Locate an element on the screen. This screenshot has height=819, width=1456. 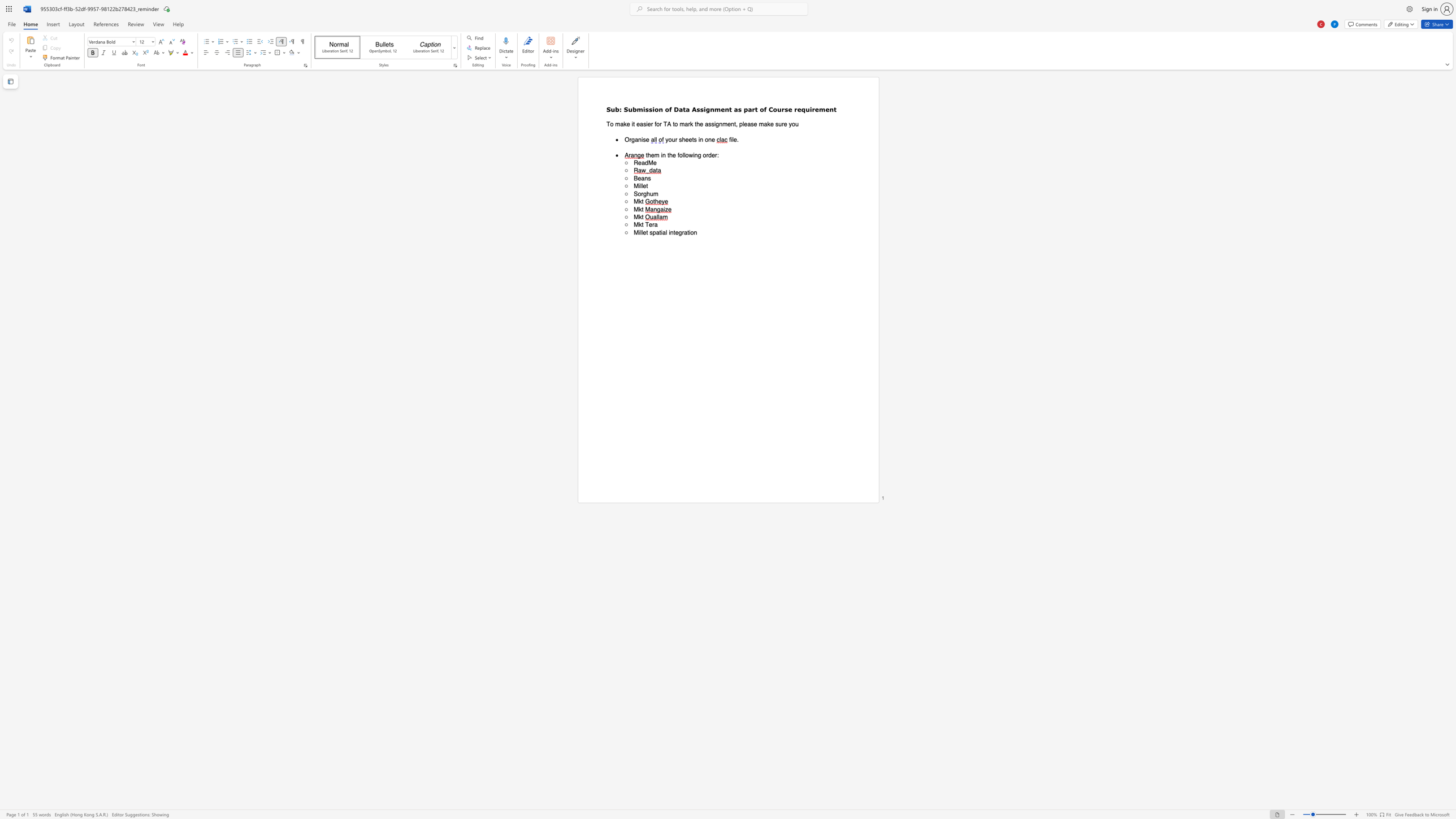
the 1th character "q" in the text is located at coordinates (803, 109).